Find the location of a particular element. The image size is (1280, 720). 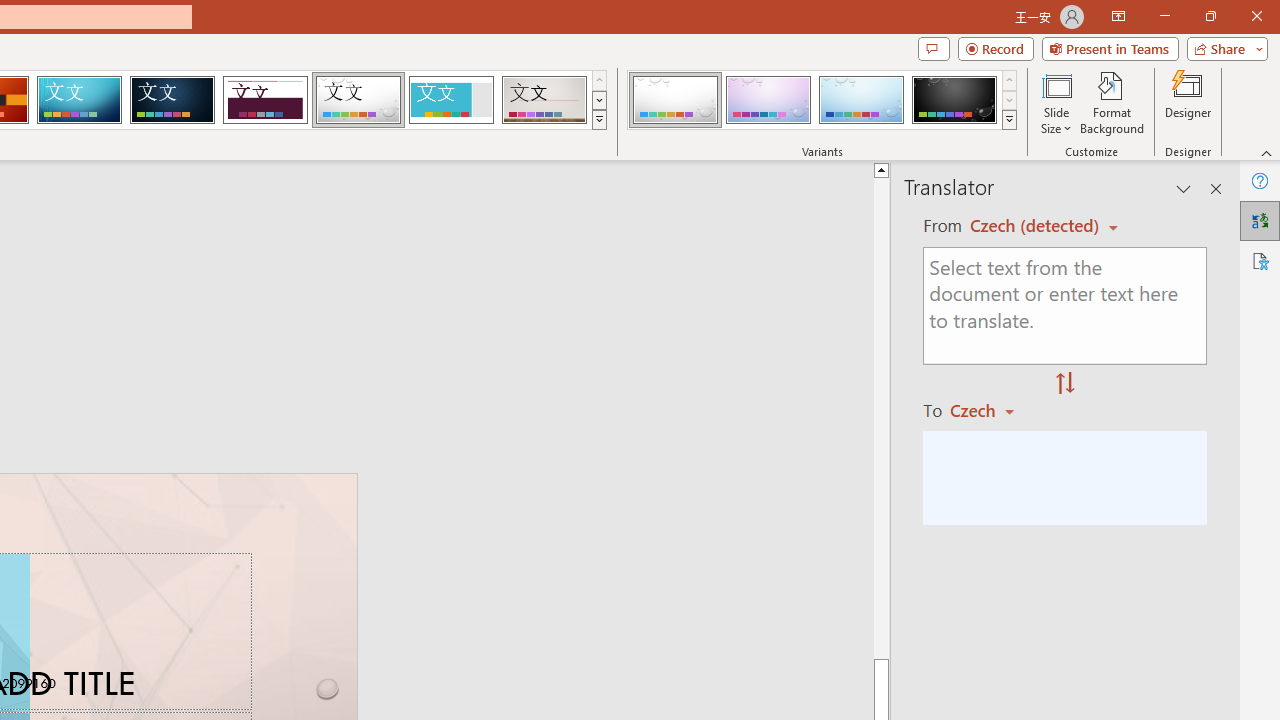

'Droplet Variant 4' is located at coordinates (953, 100).